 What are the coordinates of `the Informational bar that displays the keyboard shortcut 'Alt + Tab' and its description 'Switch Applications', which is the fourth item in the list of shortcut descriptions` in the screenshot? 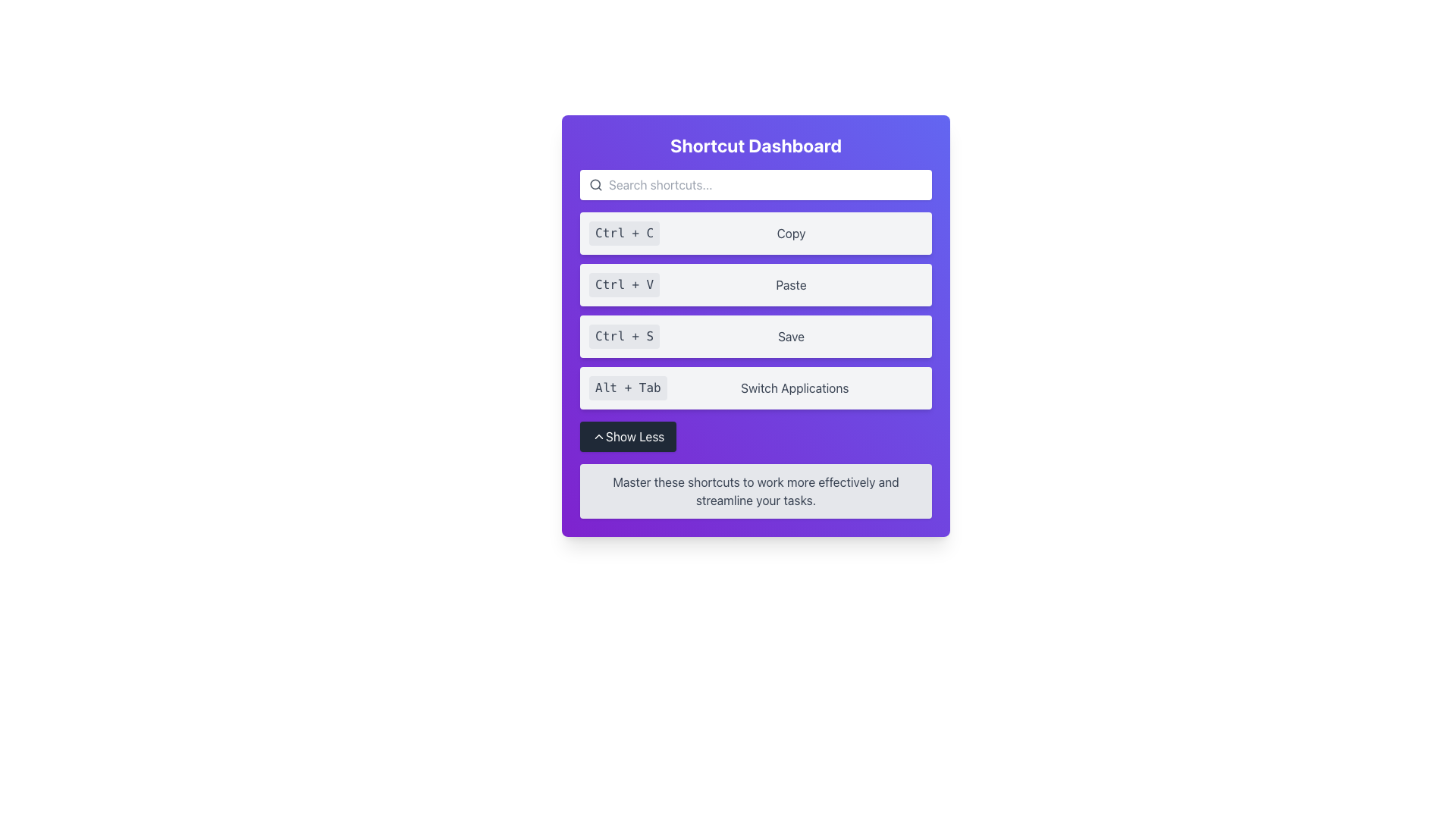 It's located at (756, 388).